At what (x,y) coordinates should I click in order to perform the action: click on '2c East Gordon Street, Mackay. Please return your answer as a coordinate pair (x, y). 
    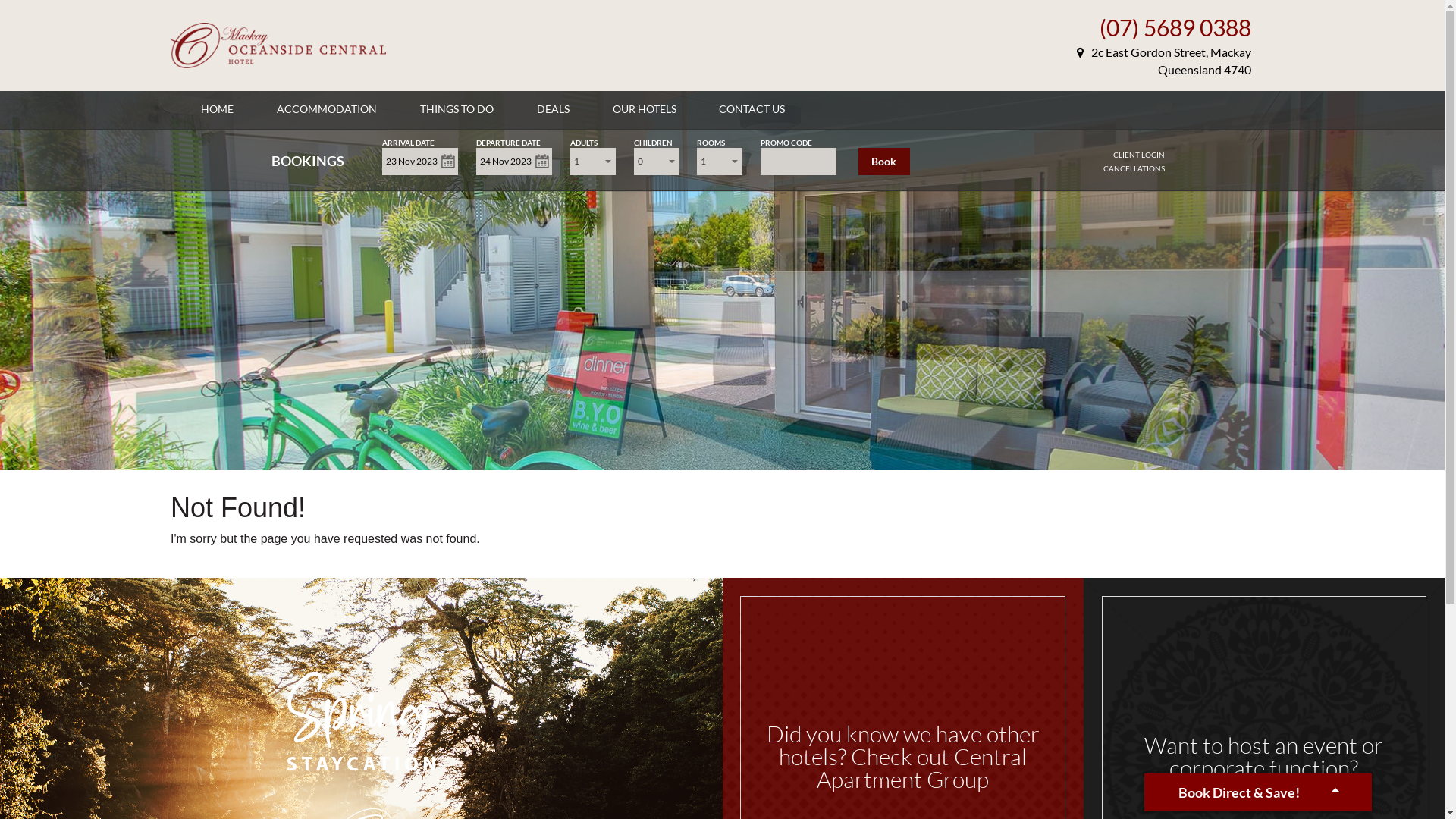
    Looking at the image, I should click on (1163, 60).